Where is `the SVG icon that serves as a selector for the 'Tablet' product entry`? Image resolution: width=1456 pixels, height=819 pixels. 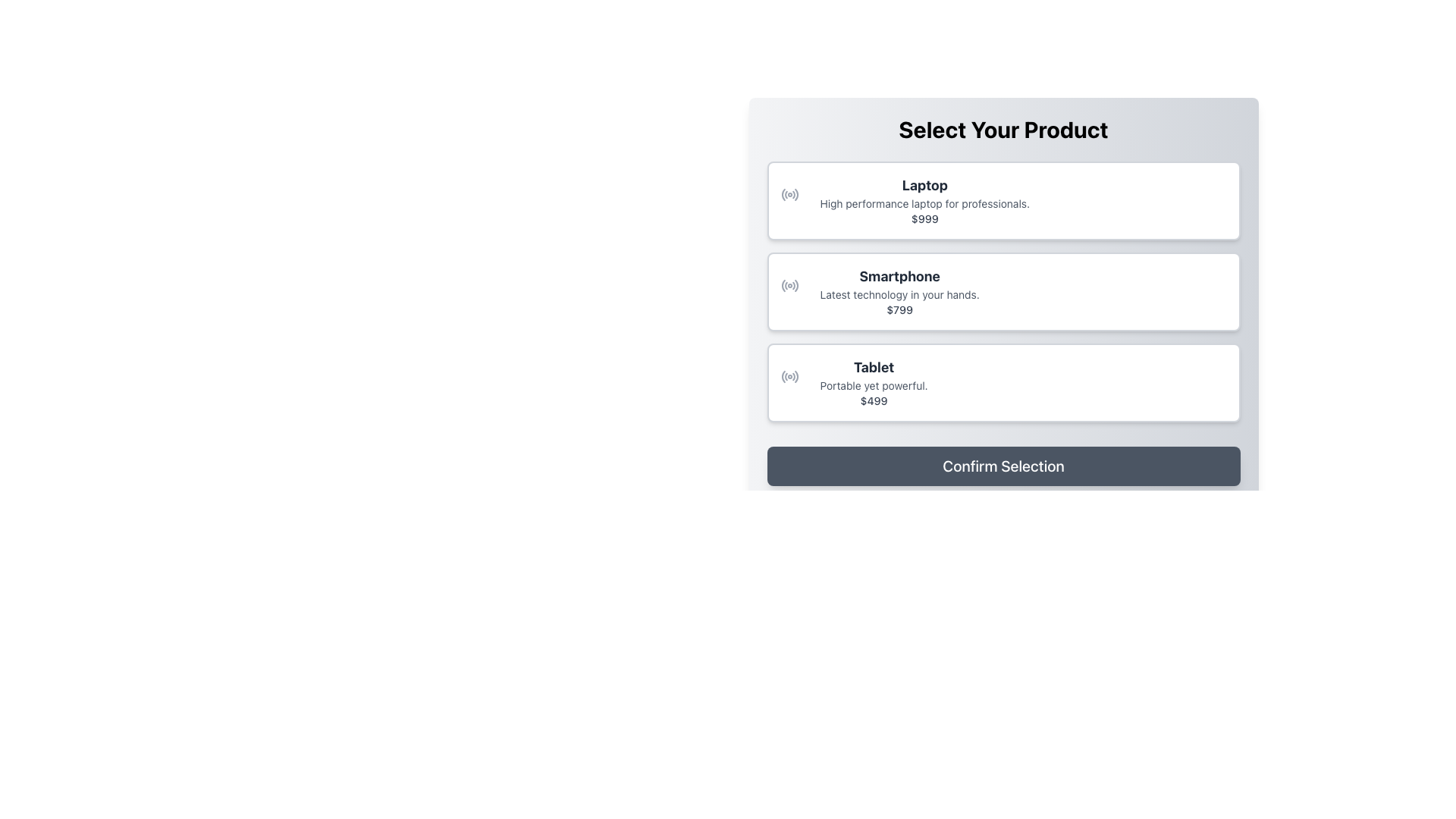
the SVG icon that serves as a selector for the 'Tablet' product entry is located at coordinates (789, 376).